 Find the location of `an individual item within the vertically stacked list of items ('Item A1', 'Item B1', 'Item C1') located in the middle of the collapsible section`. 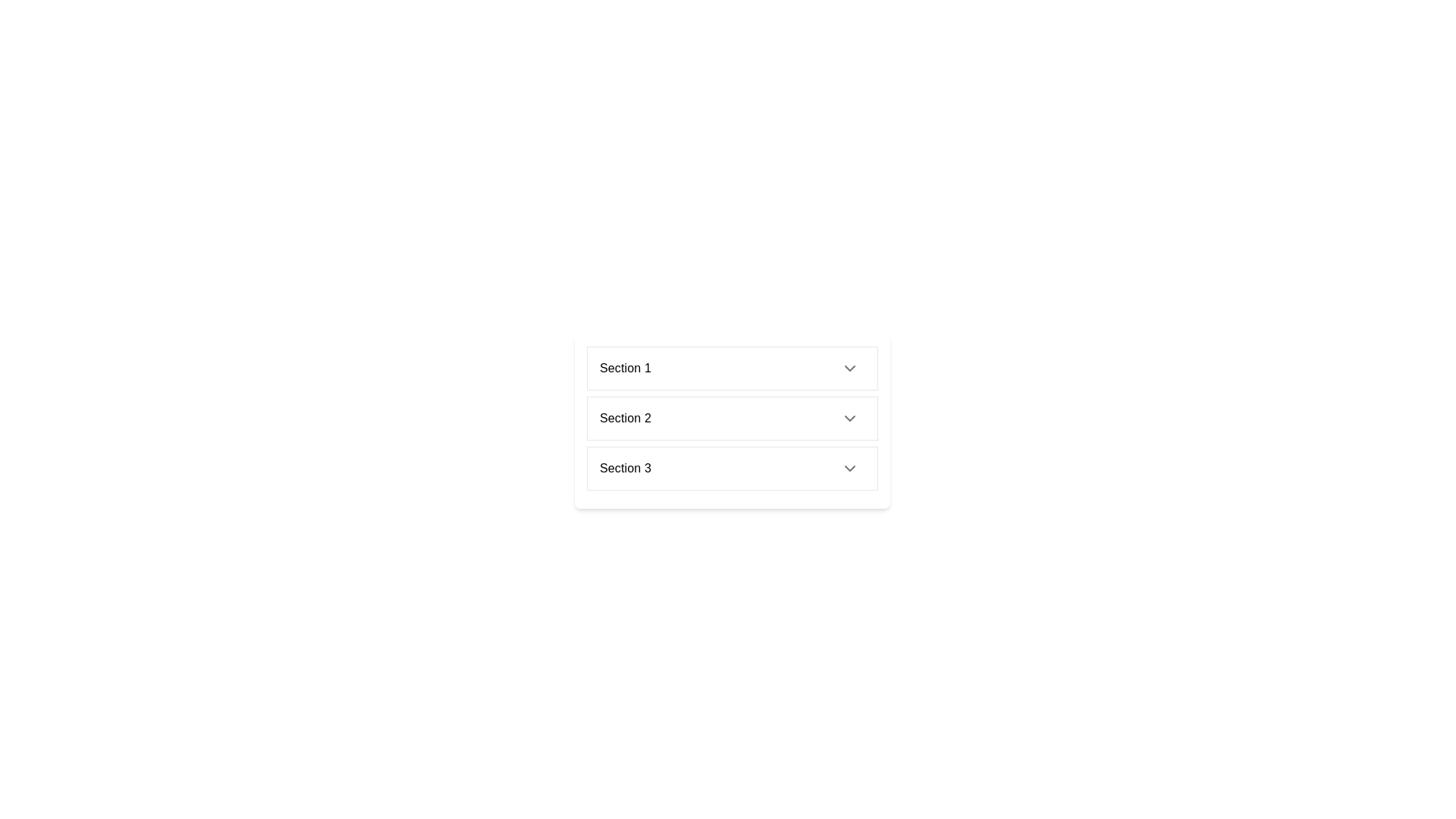

an individual item within the vertically stacked list of items ('Item A1', 'Item B1', 'Item C1') located in the middle of the collapsible section is located at coordinates (732, 450).